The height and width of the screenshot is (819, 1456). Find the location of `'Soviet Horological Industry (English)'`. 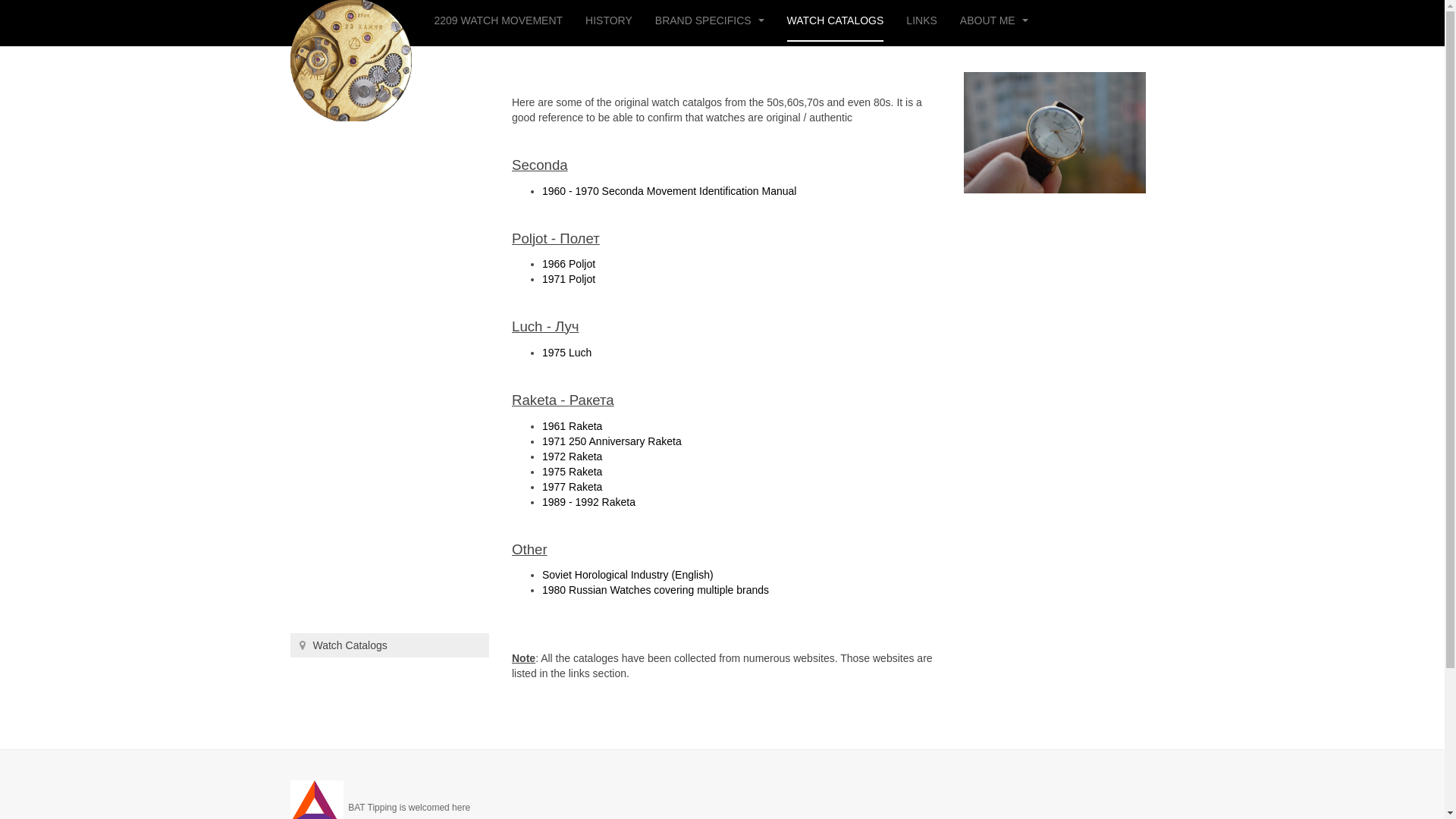

'Soviet Horological Industry (English)' is located at coordinates (628, 575).